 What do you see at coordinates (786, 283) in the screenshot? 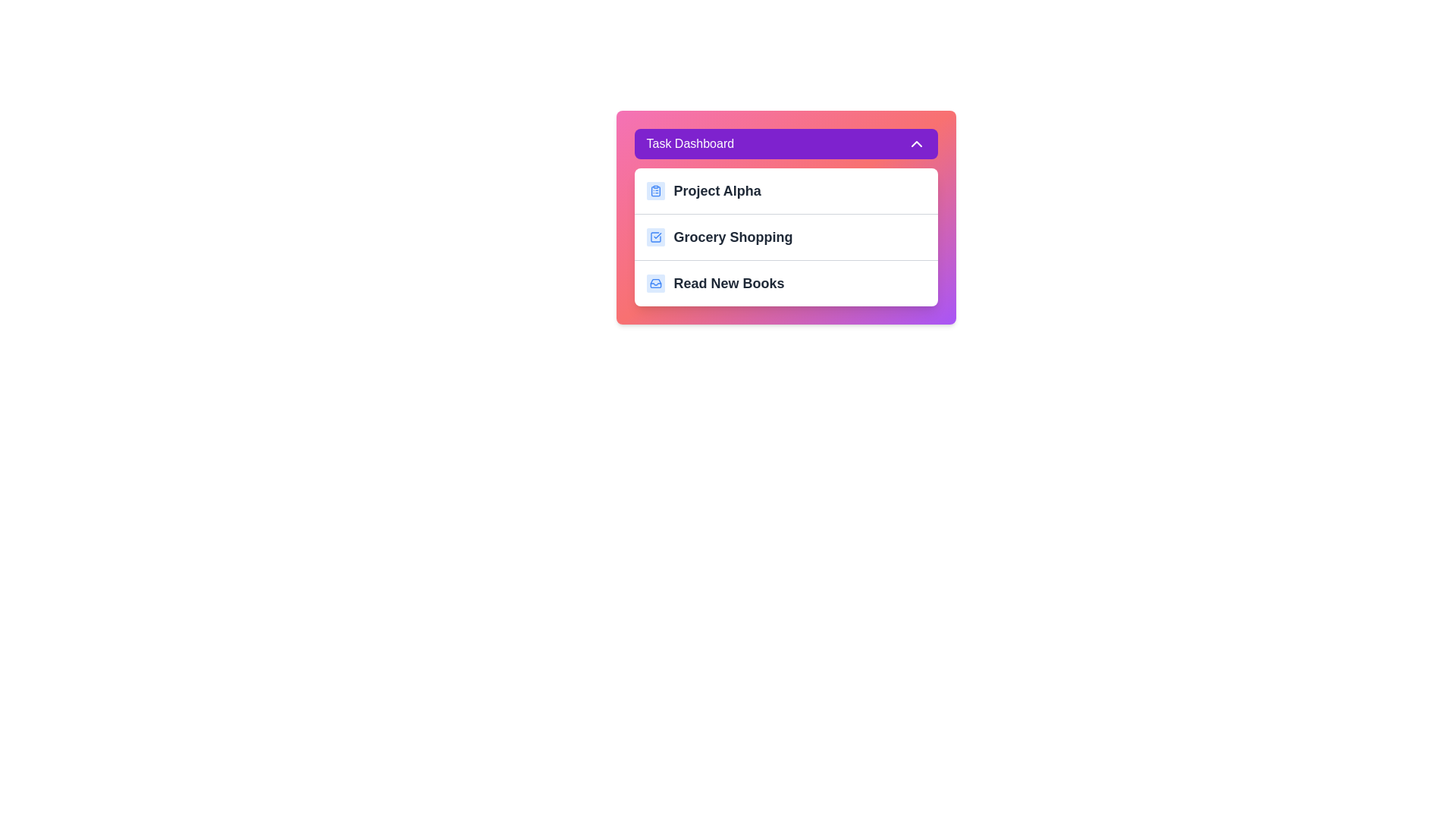
I see `the third list item labeled 'Read New Books' in the vertical menu` at bounding box center [786, 283].